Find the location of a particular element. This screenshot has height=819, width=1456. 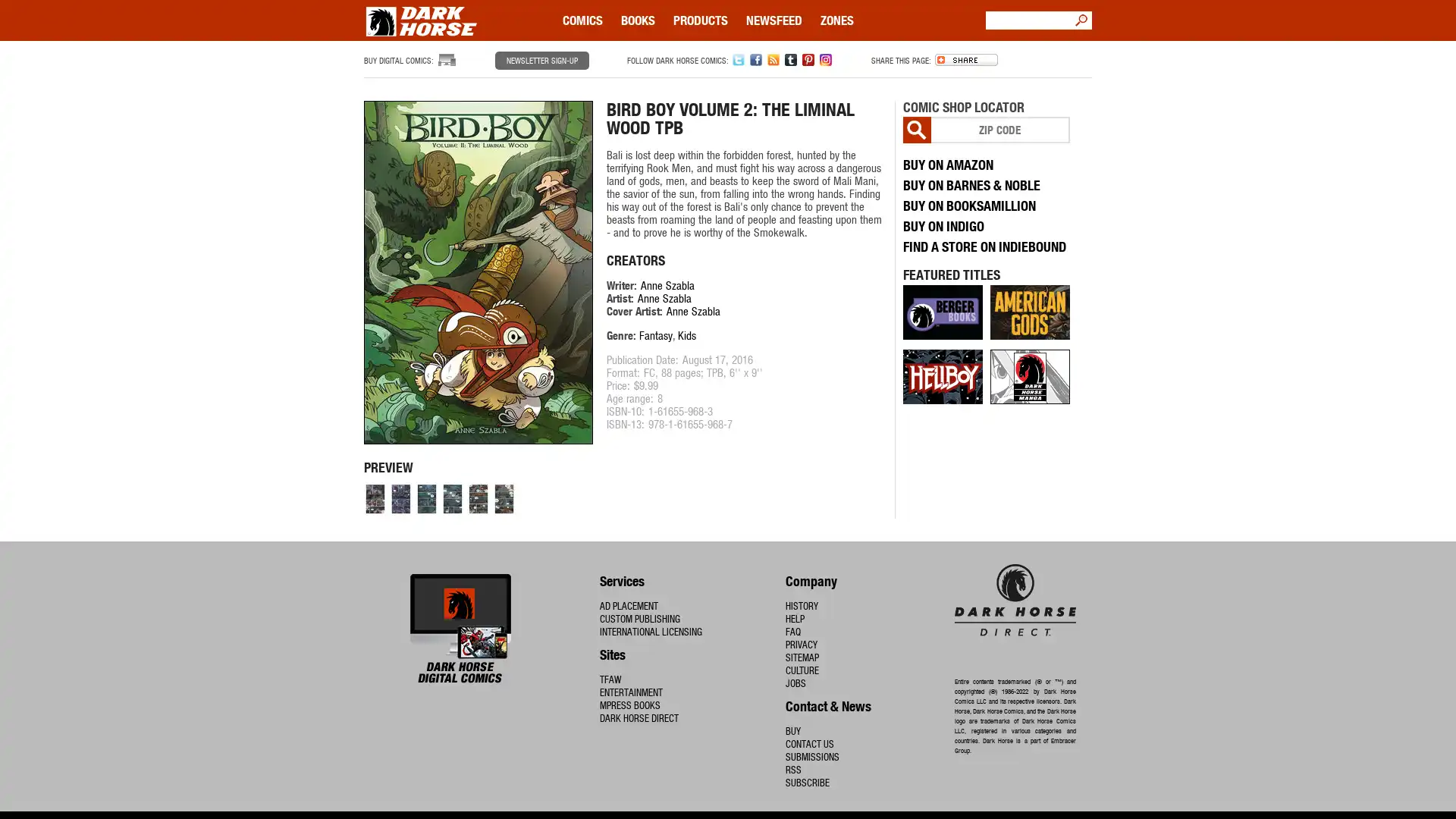

Go is located at coordinates (1080, 20).